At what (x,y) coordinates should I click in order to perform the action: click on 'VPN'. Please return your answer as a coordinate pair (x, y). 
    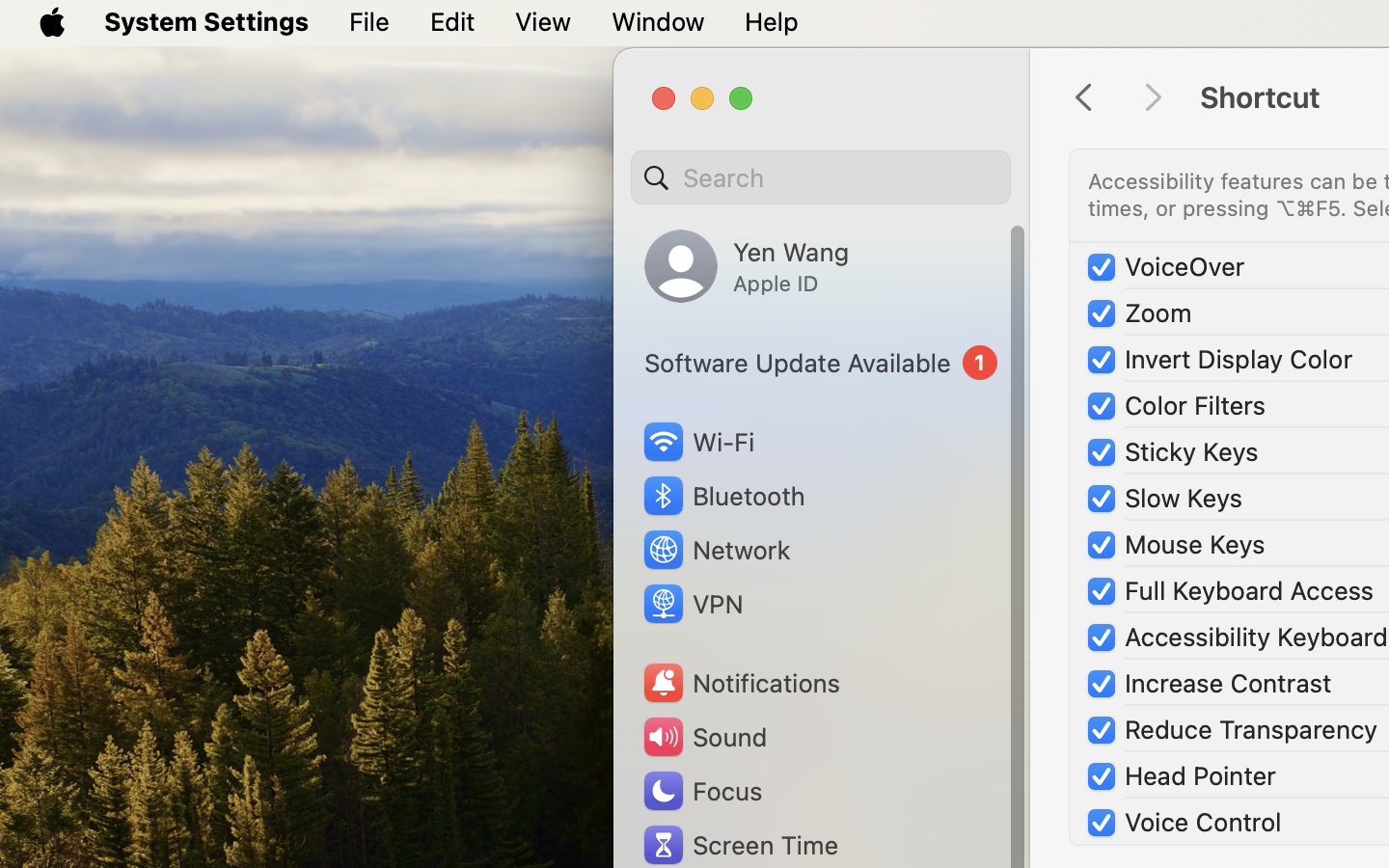
    Looking at the image, I should click on (691, 604).